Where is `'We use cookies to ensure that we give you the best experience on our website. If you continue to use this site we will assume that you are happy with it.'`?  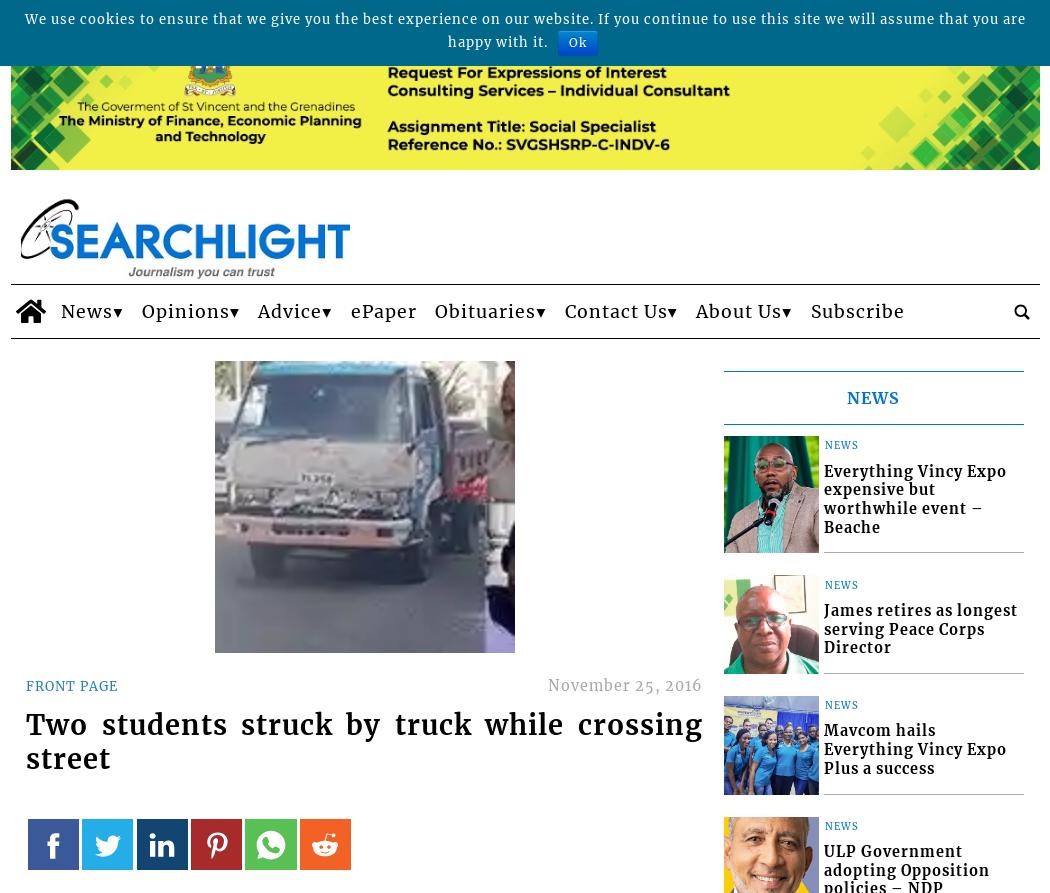 'We use cookies to ensure that we give you the best experience on our website. If you continue to use this site we will assume that you are happy with it.' is located at coordinates (523, 30).